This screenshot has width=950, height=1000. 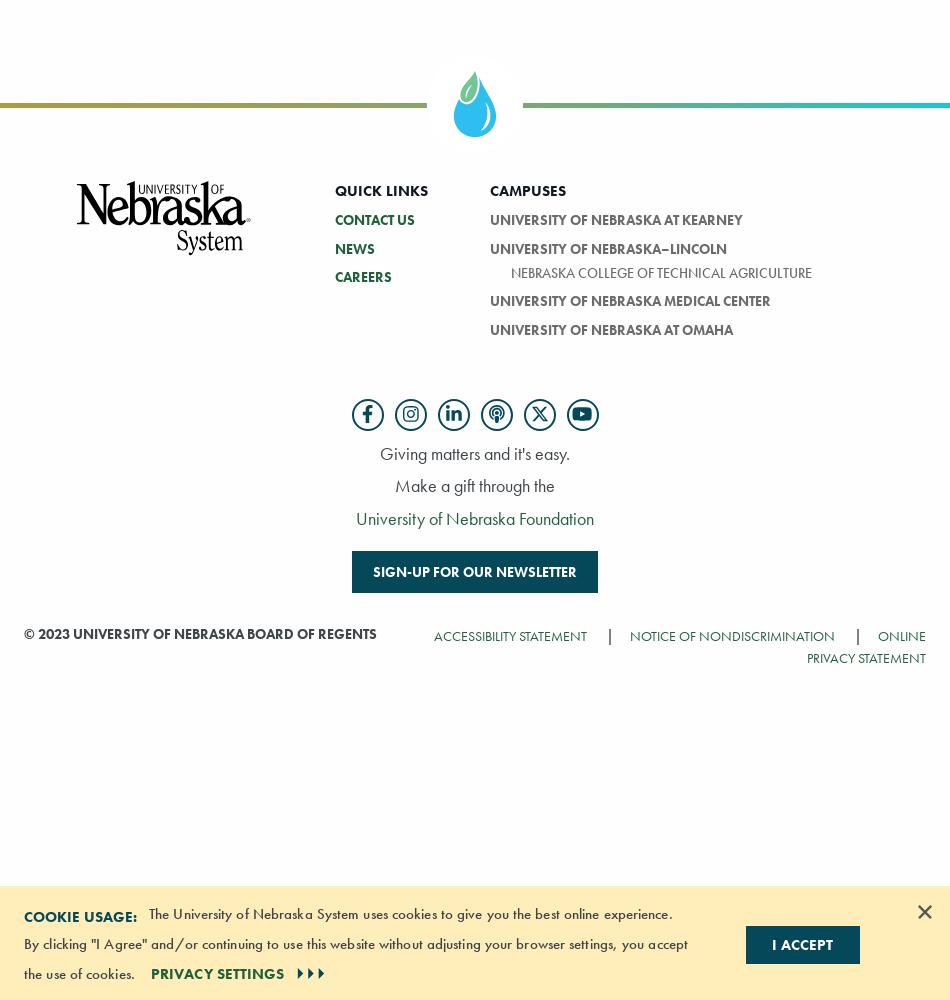 What do you see at coordinates (379, 189) in the screenshot?
I see `'Quick Links'` at bounding box center [379, 189].